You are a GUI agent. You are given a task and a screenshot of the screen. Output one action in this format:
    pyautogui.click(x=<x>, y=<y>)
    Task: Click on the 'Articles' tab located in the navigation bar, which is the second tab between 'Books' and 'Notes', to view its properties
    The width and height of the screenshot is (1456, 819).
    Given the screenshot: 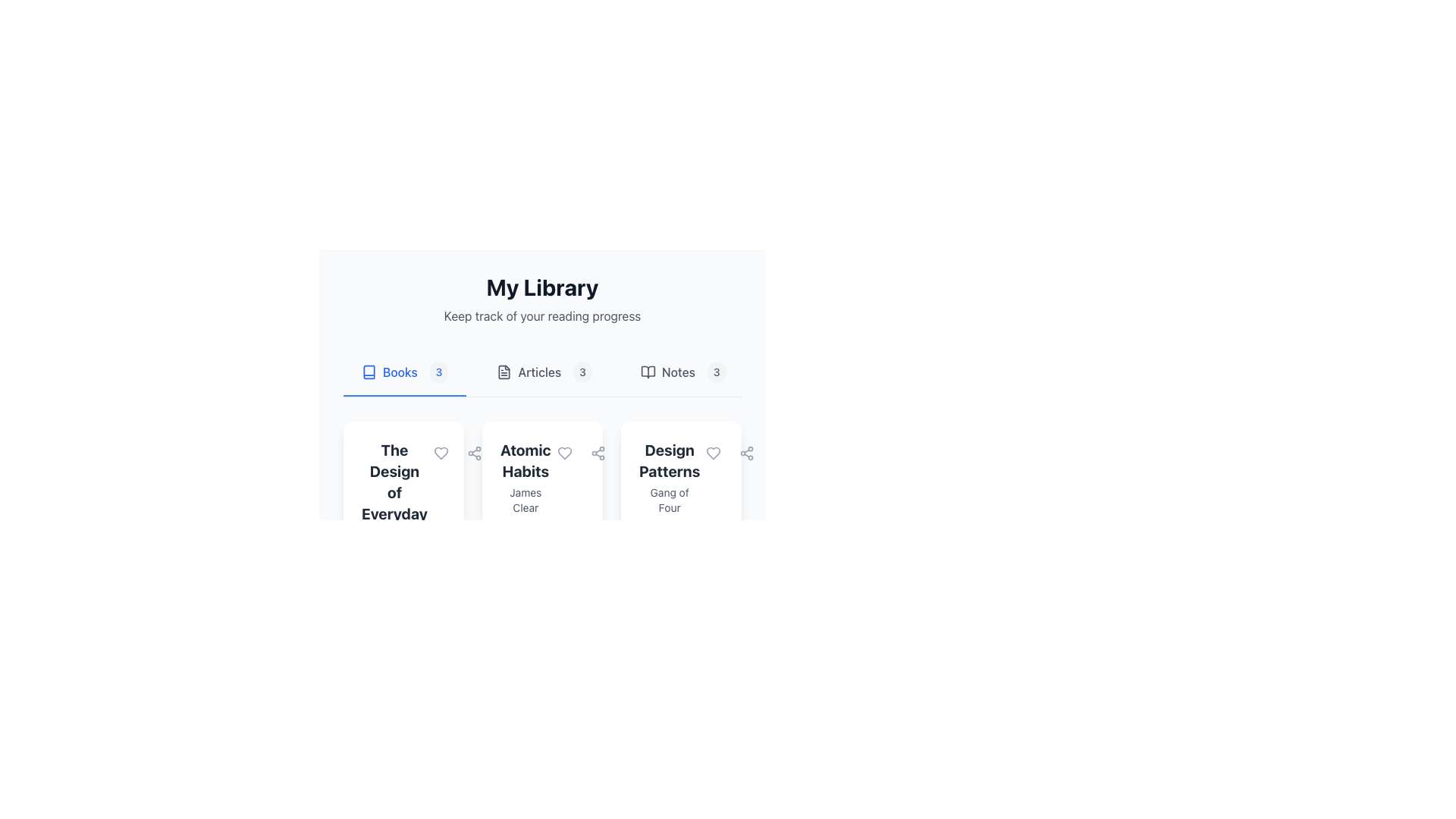 What is the action you would take?
    pyautogui.click(x=542, y=373)
    